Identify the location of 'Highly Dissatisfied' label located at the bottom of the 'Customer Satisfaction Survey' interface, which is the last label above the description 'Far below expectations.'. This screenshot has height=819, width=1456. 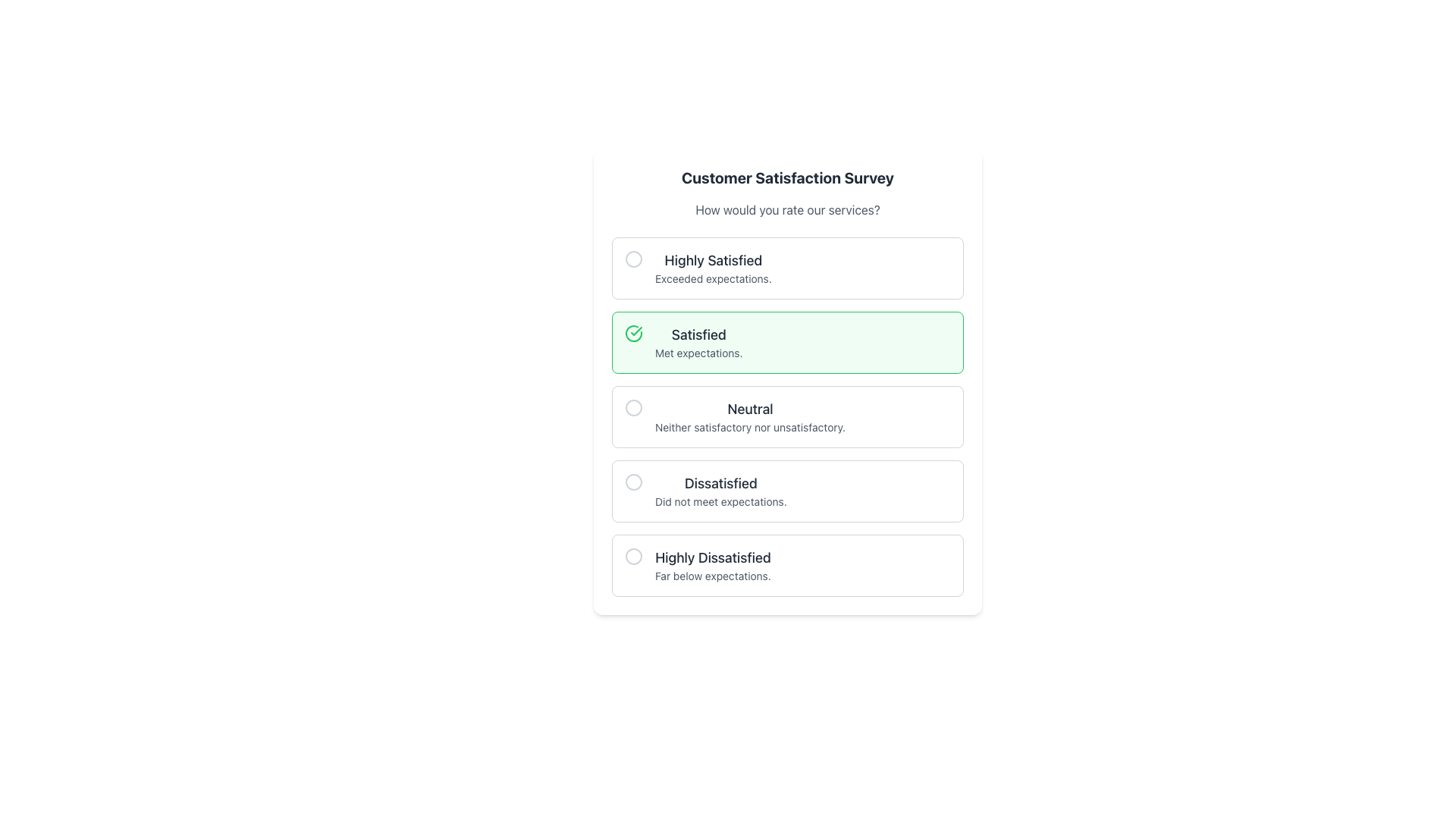
(712, 558).